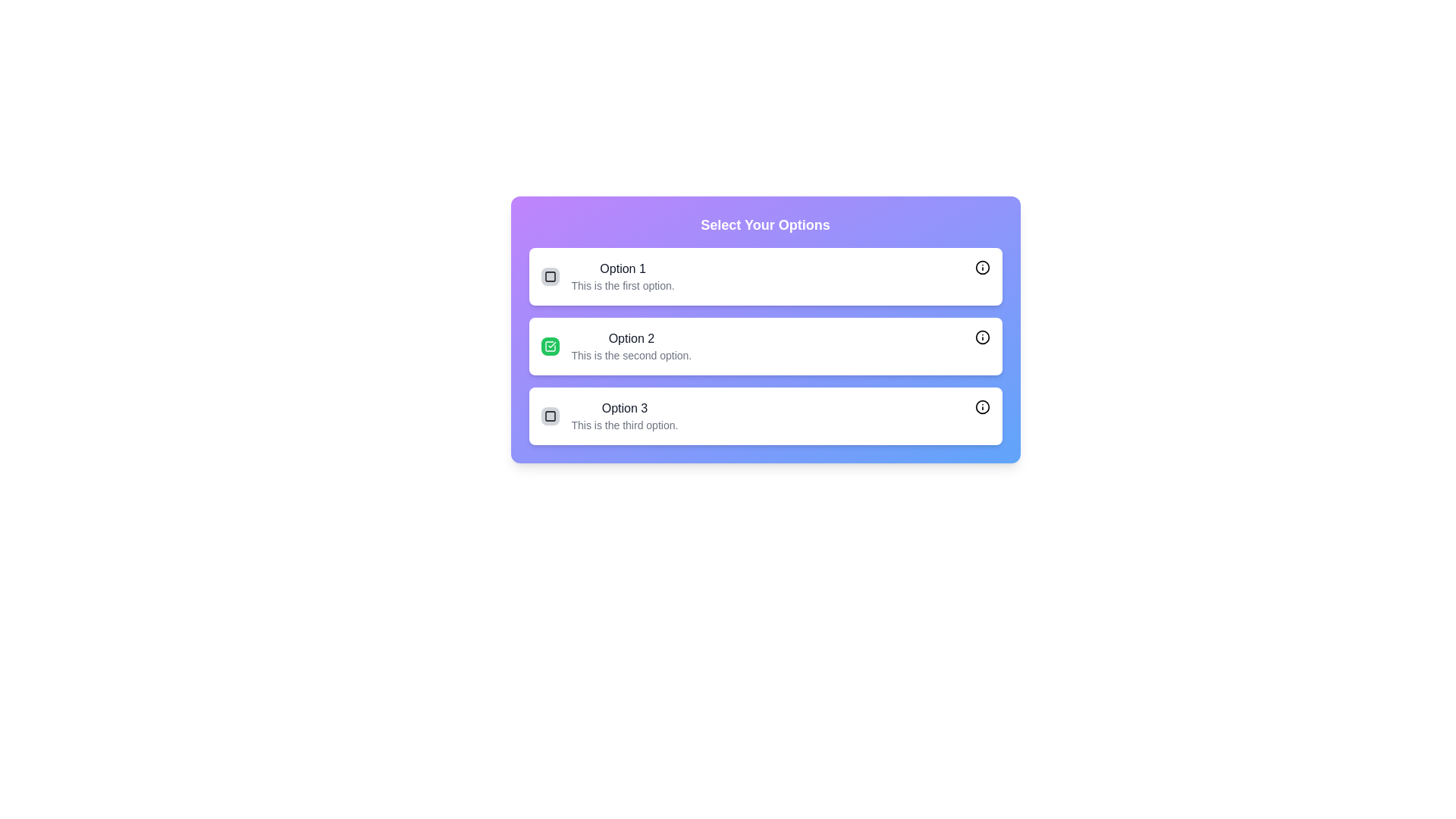  What do you see at coordinates (549, 416) in the screenshot?
I see `the checkbox or toggle button for 'Option 3'` at bounding box center [549, 416].